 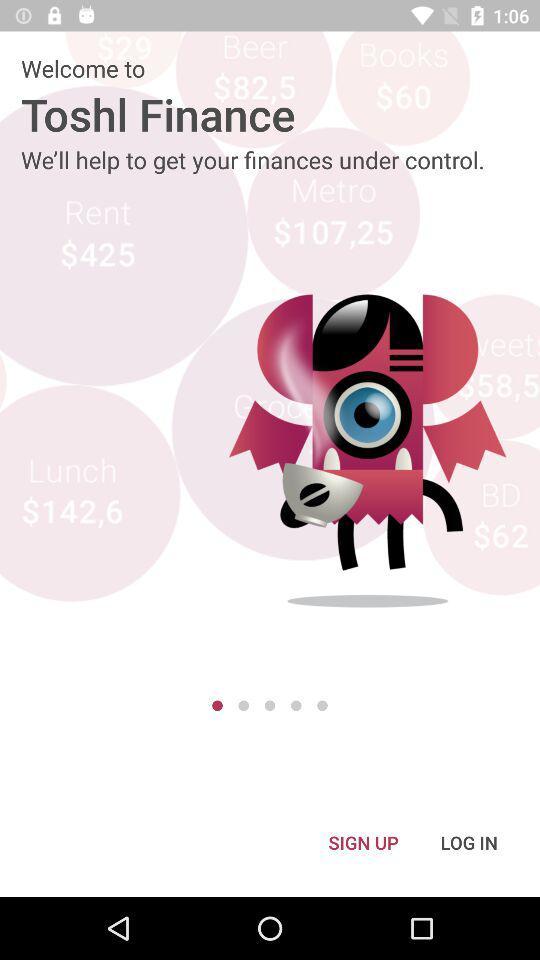 What do you see at coordinates (469, 841) in the screenshot?
I see `log in icon` at bounding box center [469, 841].